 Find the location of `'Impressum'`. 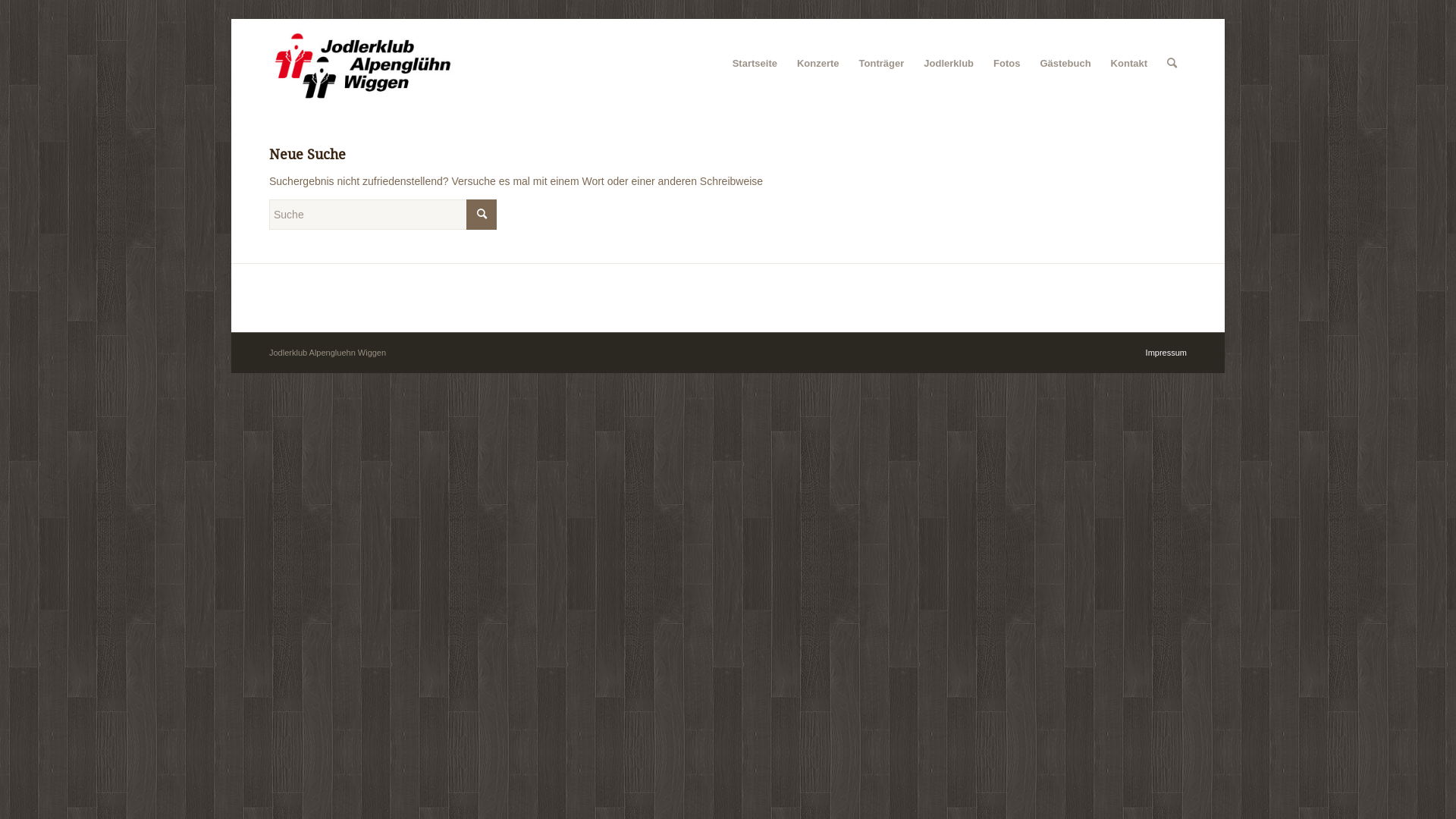

'Impressum' is located at coordinates (1146, 353).